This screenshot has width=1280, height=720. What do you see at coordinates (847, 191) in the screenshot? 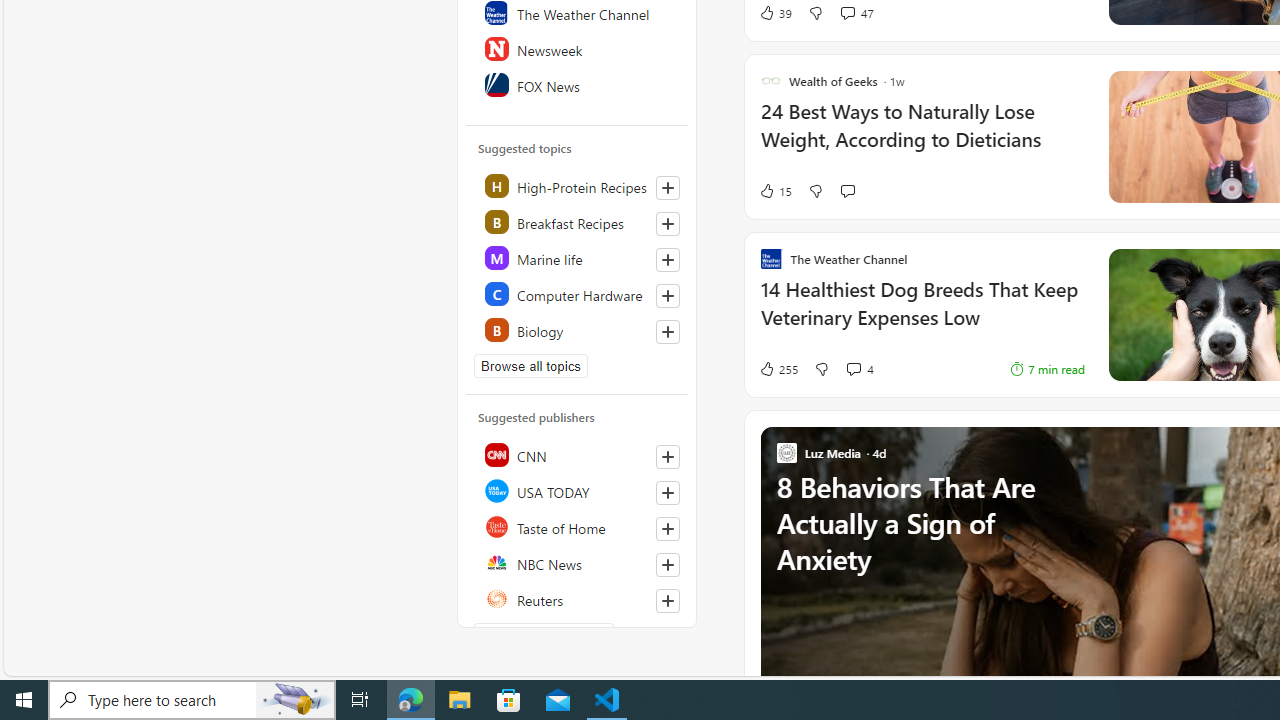
I see `'Start the conversation'` at bounding box center [847, 191].